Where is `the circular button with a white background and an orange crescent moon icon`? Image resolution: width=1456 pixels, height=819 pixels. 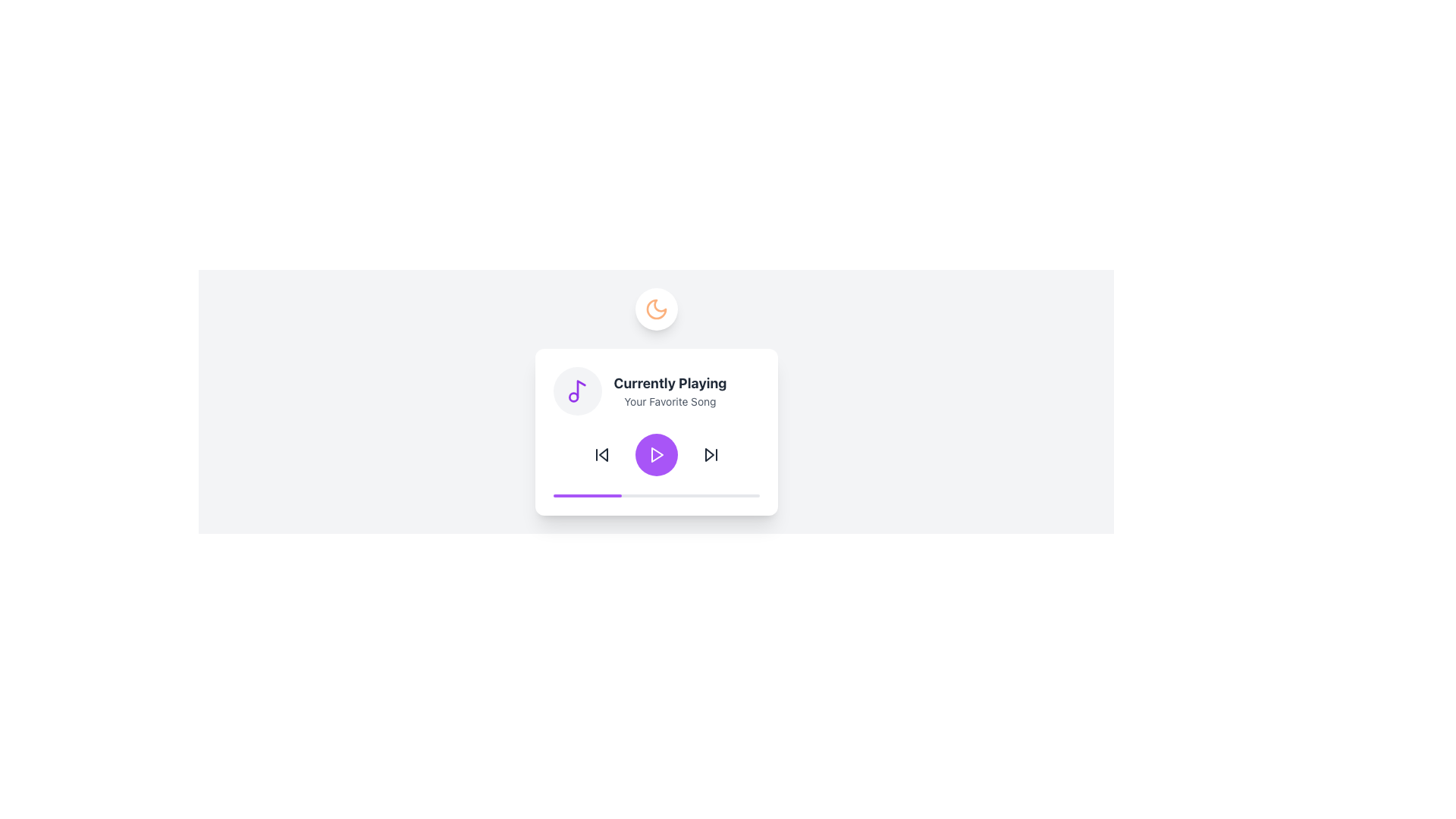 the circular button with a white background and an orange crescent moon icon is located at coordinates (656, 309).